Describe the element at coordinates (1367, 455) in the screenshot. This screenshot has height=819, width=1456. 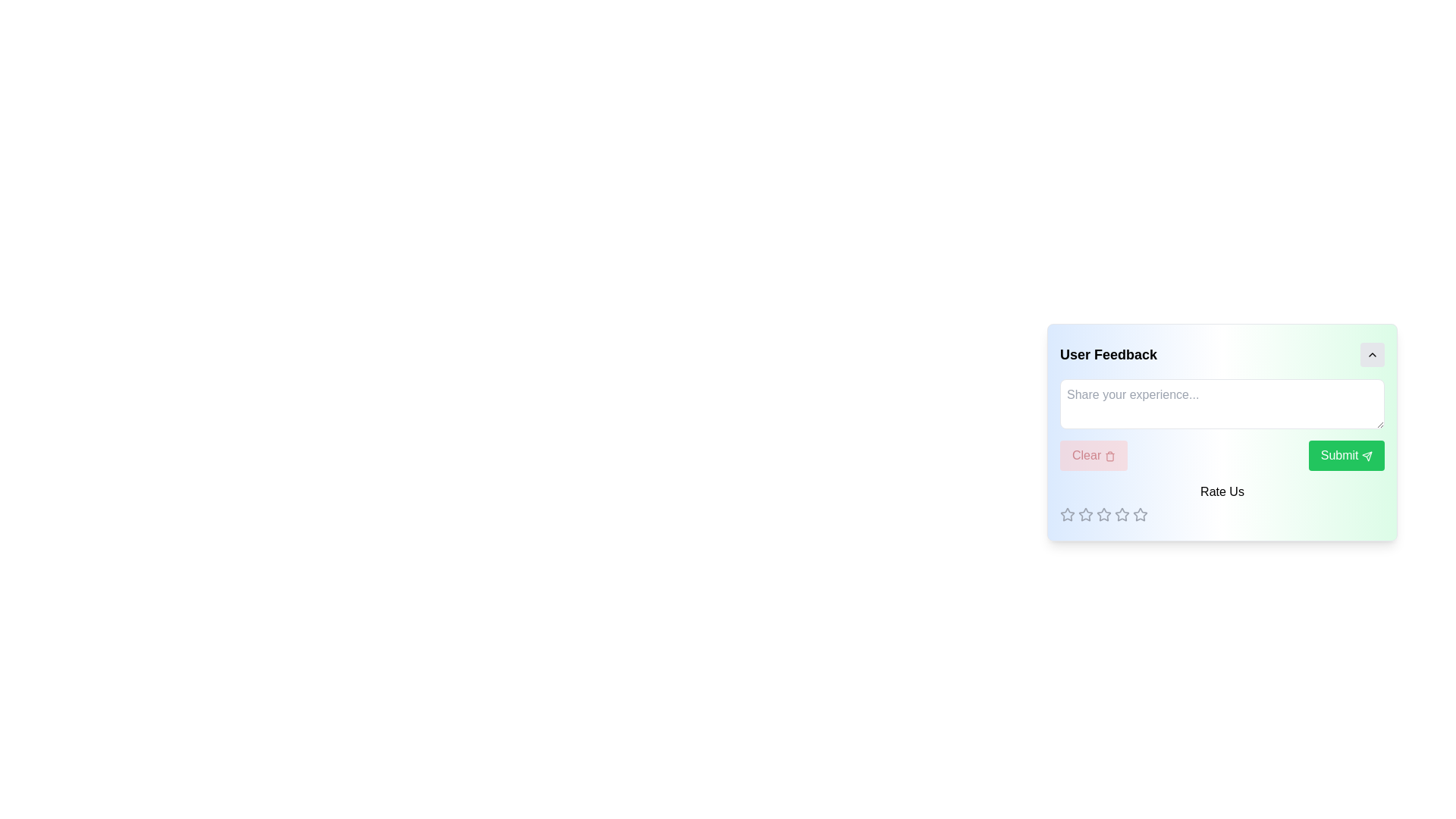
I see `the icon that symbolizes the action of sending or submitting, which is located on the right side of the green 'Submit' button and is centrally positioned within it` at that location.